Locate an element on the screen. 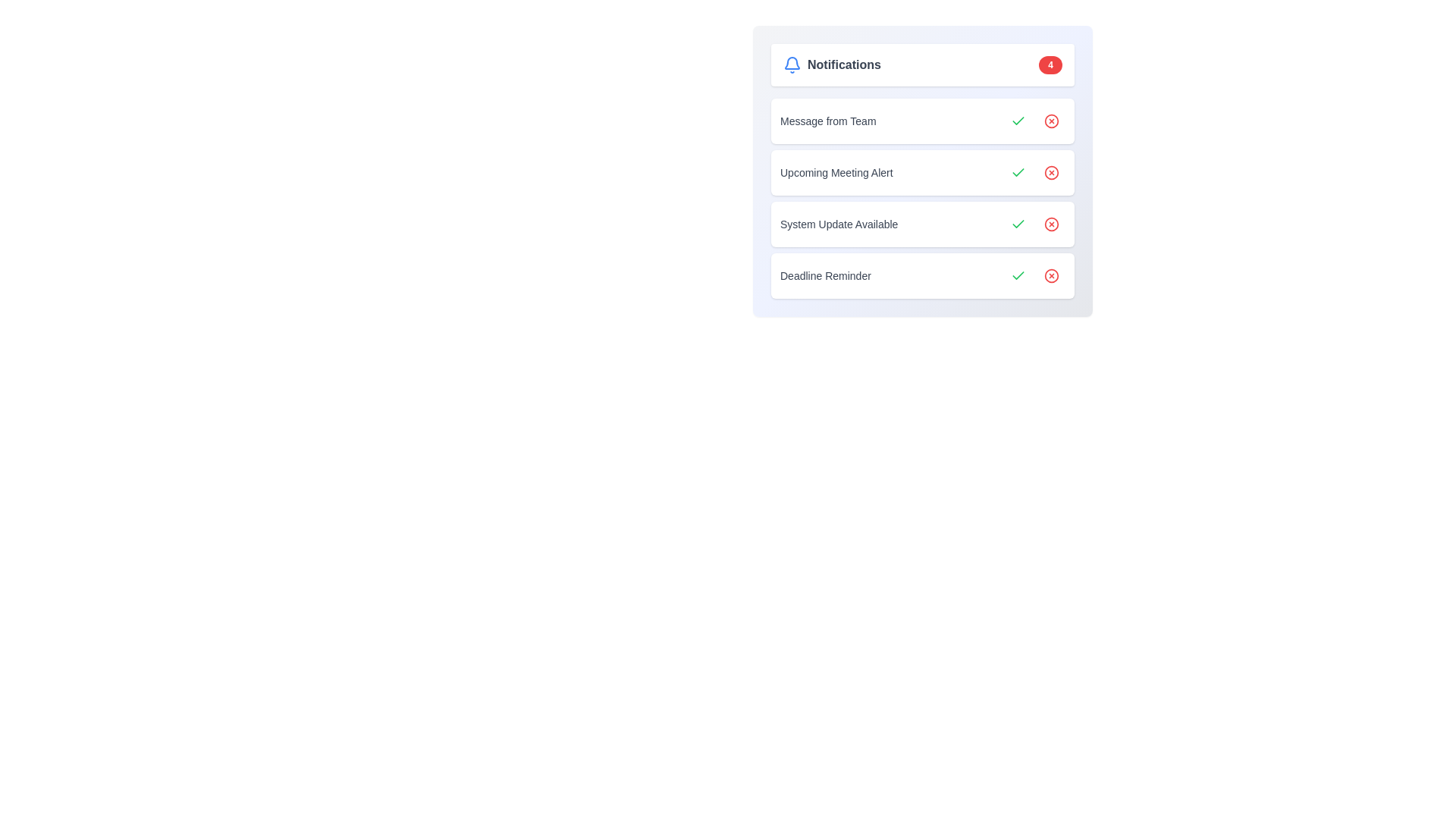 This screenshot has width=1456, height=819. the circular button with a red cross icon located in the third row of the notification panel titled 'System Update Available', which is the second button from the right, to change its background color is located at coordinates (1051, 224).